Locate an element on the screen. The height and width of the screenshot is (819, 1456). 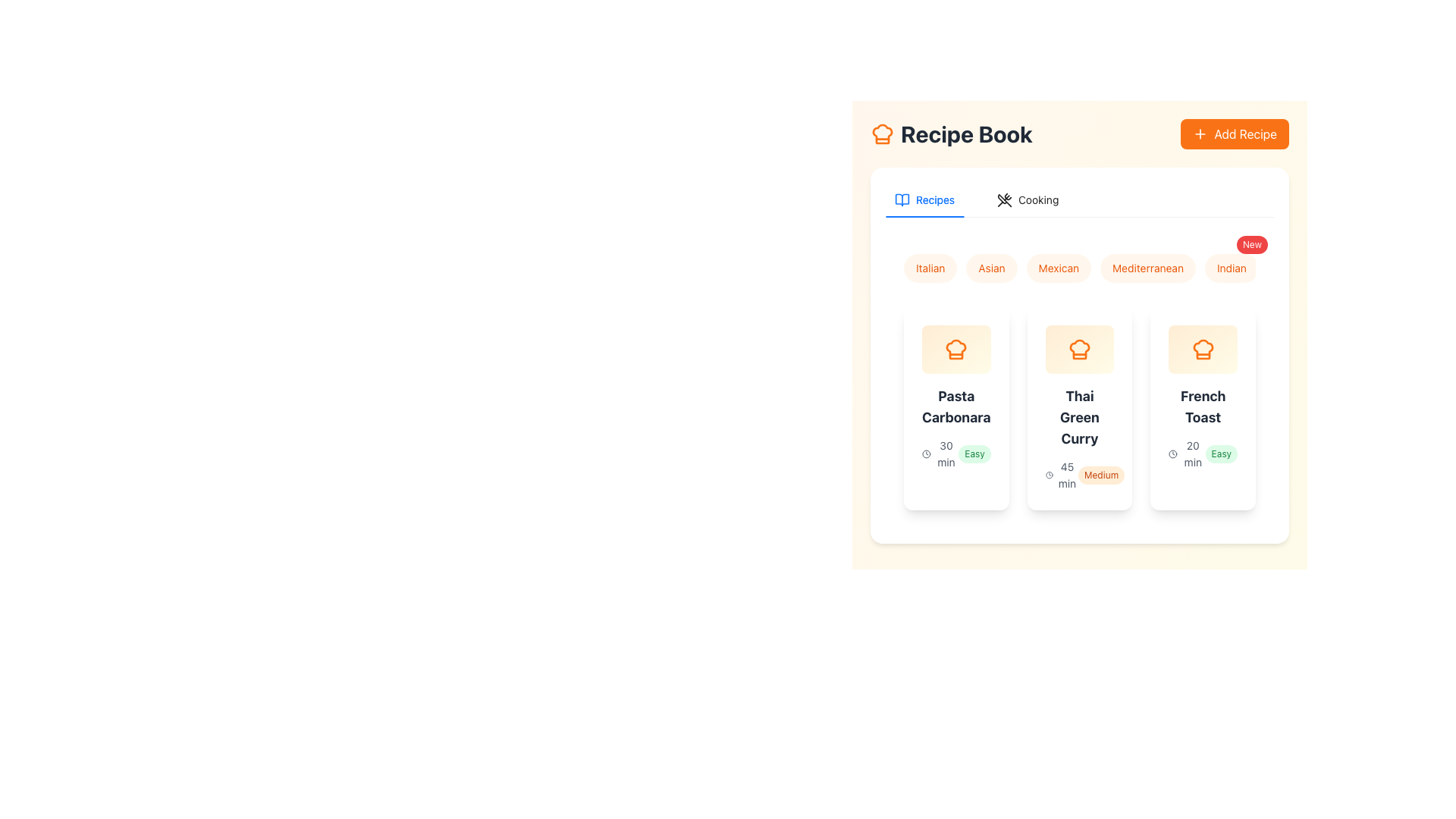
the active 'Recipes' tab with blue text and an underline, located in the tab navigation bar under the 'Recipe Book' heading is located at coordinates (924, 199).